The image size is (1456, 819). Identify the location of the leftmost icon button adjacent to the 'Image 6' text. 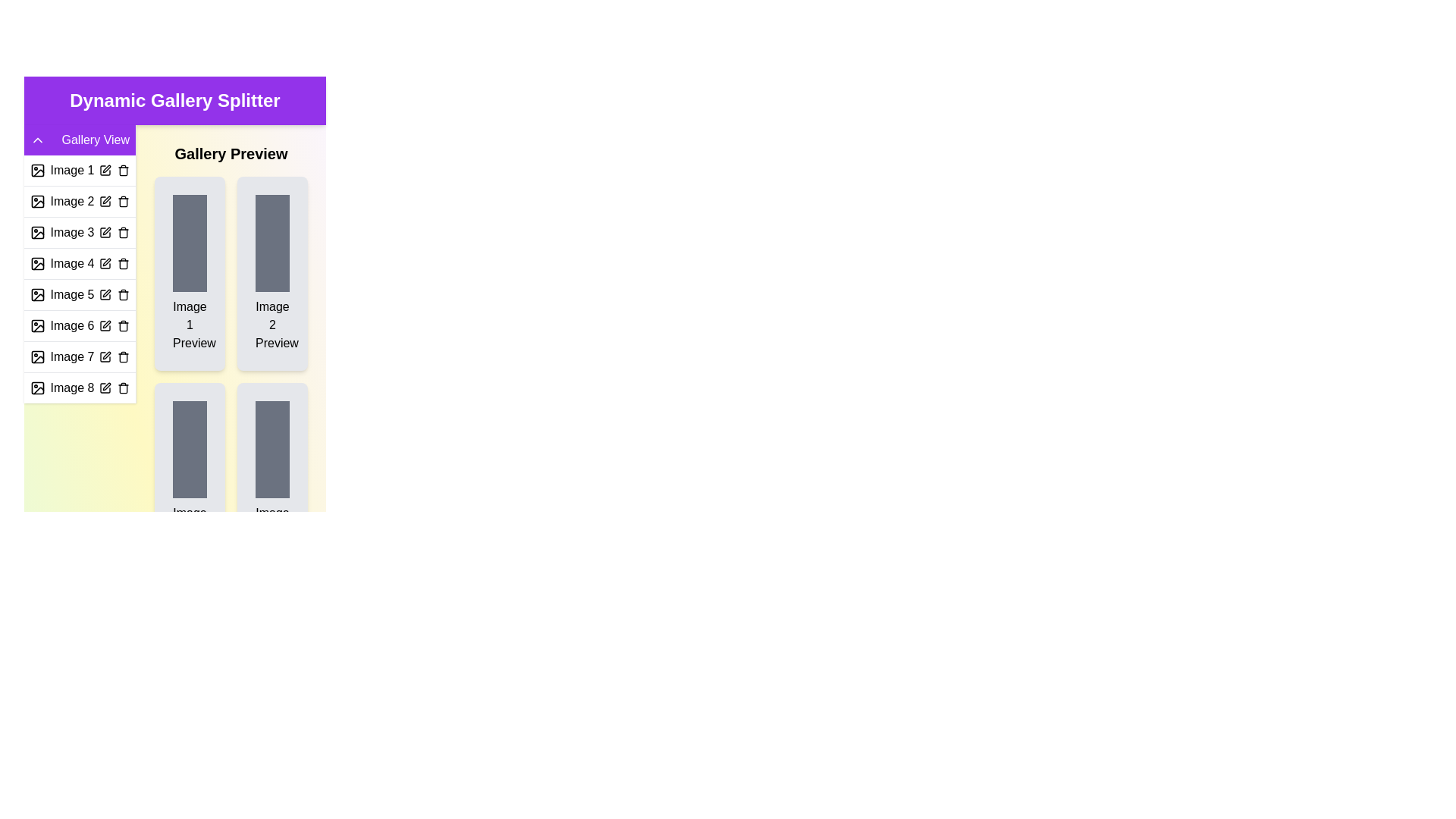
(105, 325).